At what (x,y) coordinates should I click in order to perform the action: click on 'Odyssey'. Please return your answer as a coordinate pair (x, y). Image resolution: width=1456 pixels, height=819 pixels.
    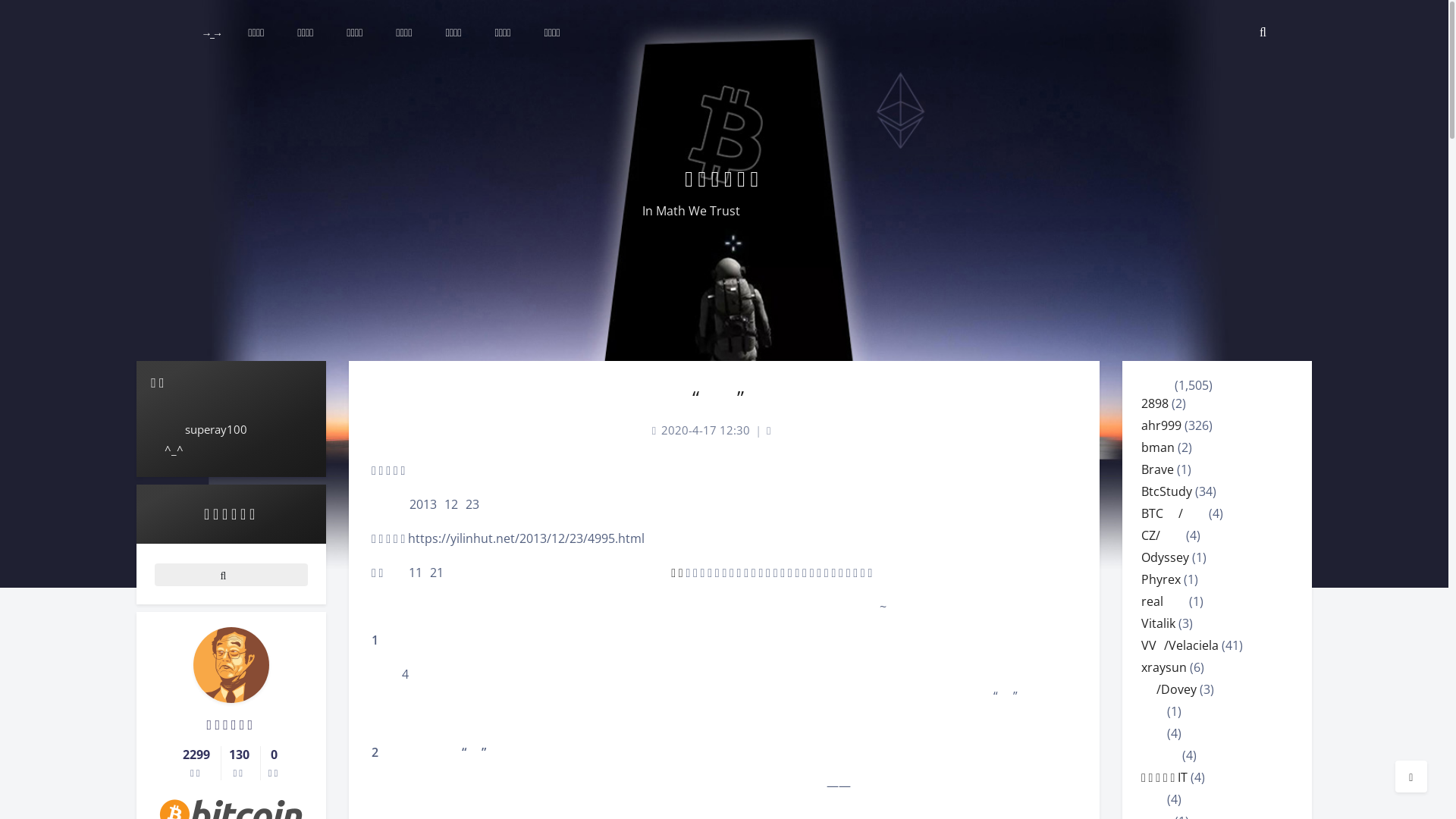
    Looking at the image, I should click on (1164, 557).